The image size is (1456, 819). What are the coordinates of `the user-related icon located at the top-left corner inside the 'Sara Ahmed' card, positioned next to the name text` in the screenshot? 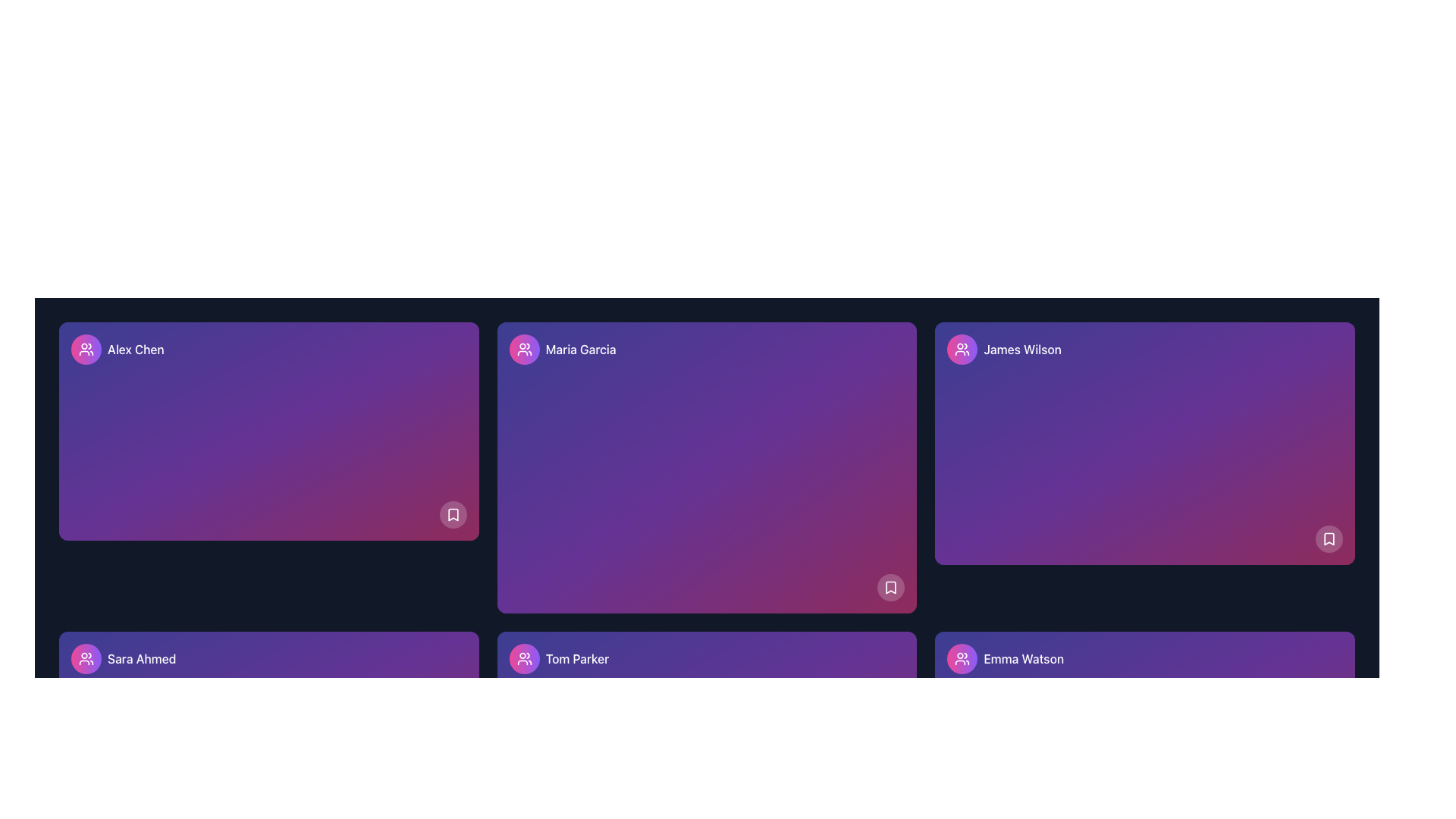 It's located at (86, 657).